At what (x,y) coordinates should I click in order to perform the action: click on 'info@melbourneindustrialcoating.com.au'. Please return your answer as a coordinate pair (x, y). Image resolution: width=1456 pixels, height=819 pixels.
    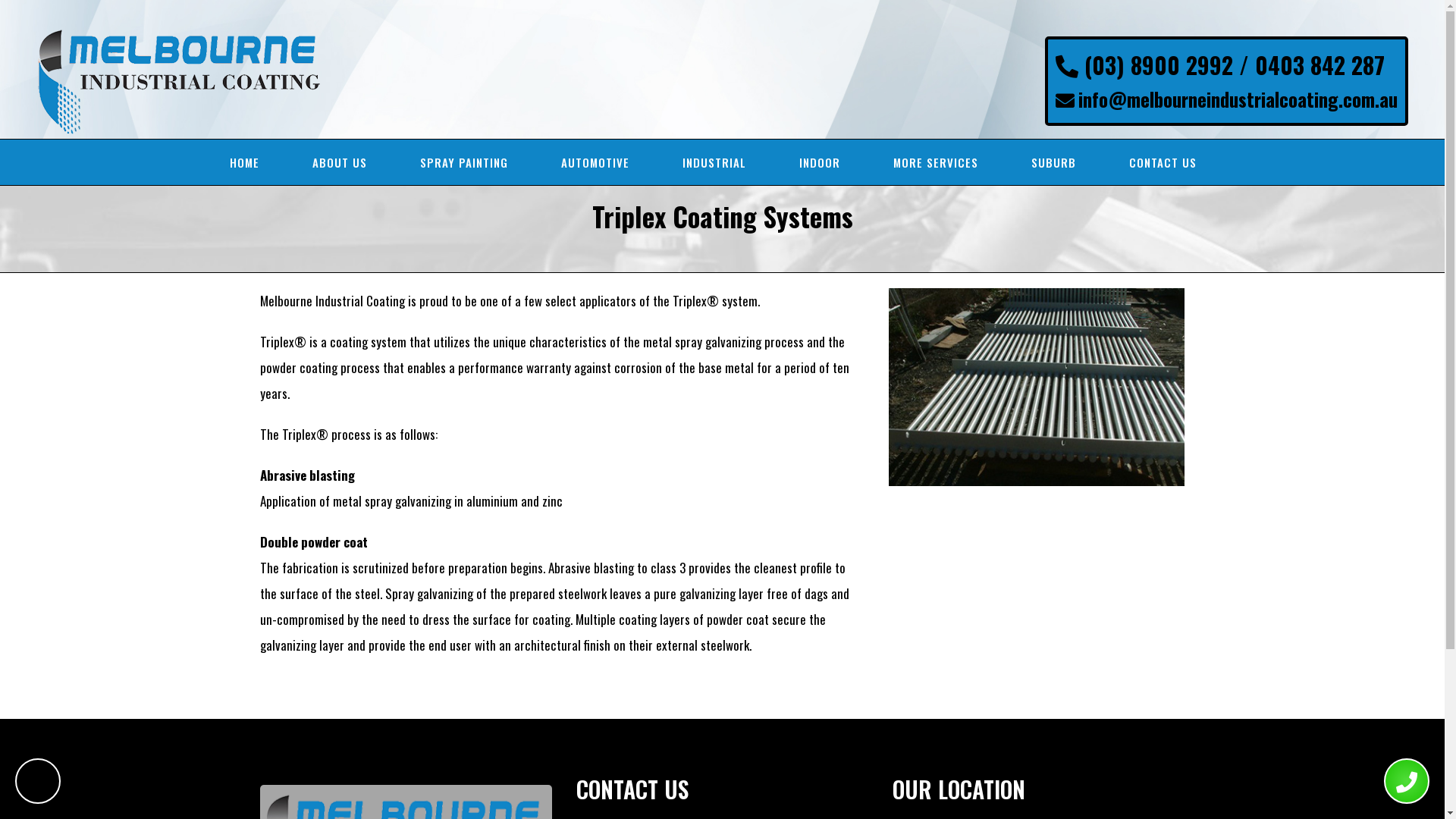
    Looking at the image, I should click on (1238, 99).